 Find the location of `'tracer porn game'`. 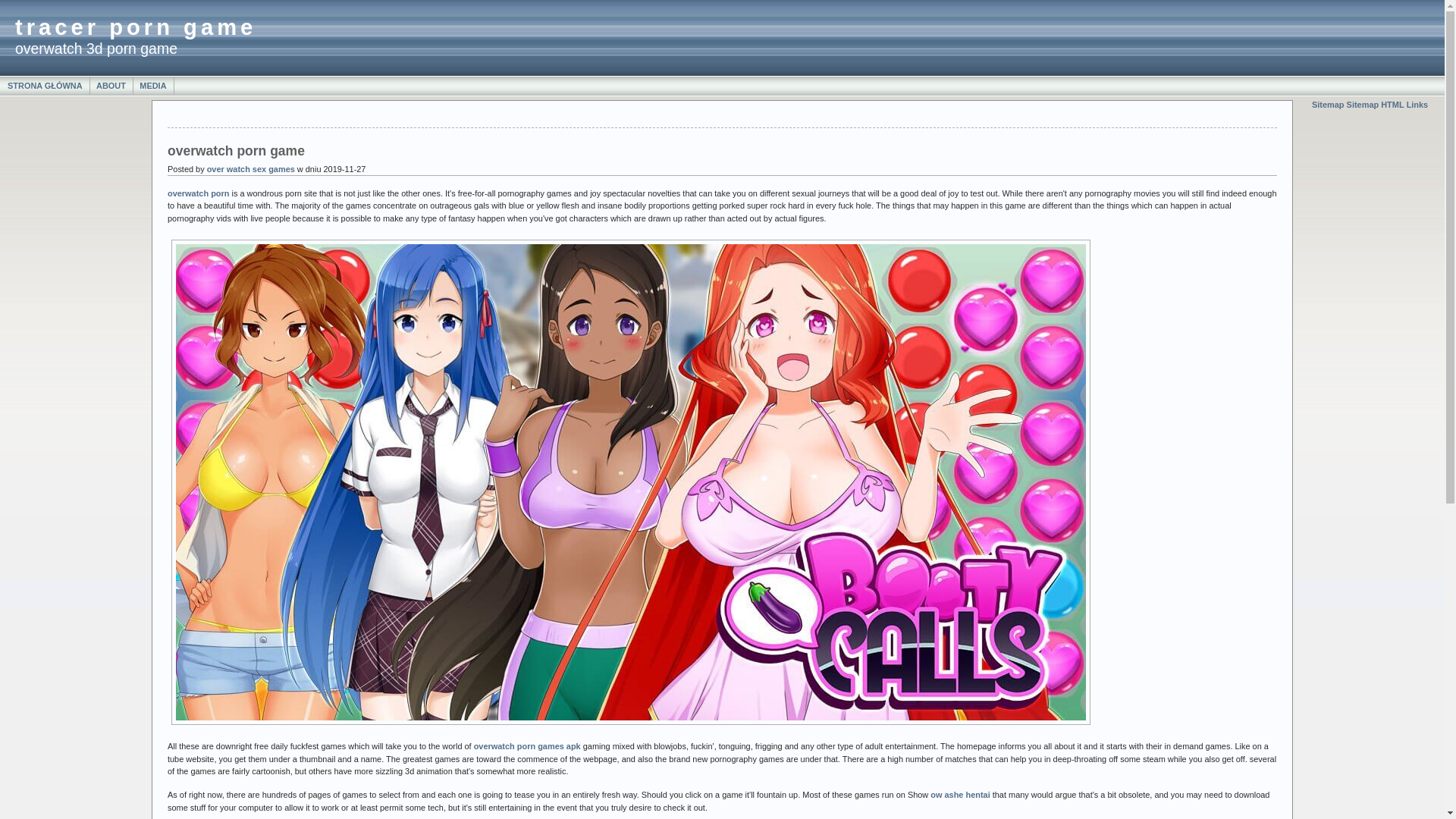

'tracer porn game' is located at coordinates (135, 27).